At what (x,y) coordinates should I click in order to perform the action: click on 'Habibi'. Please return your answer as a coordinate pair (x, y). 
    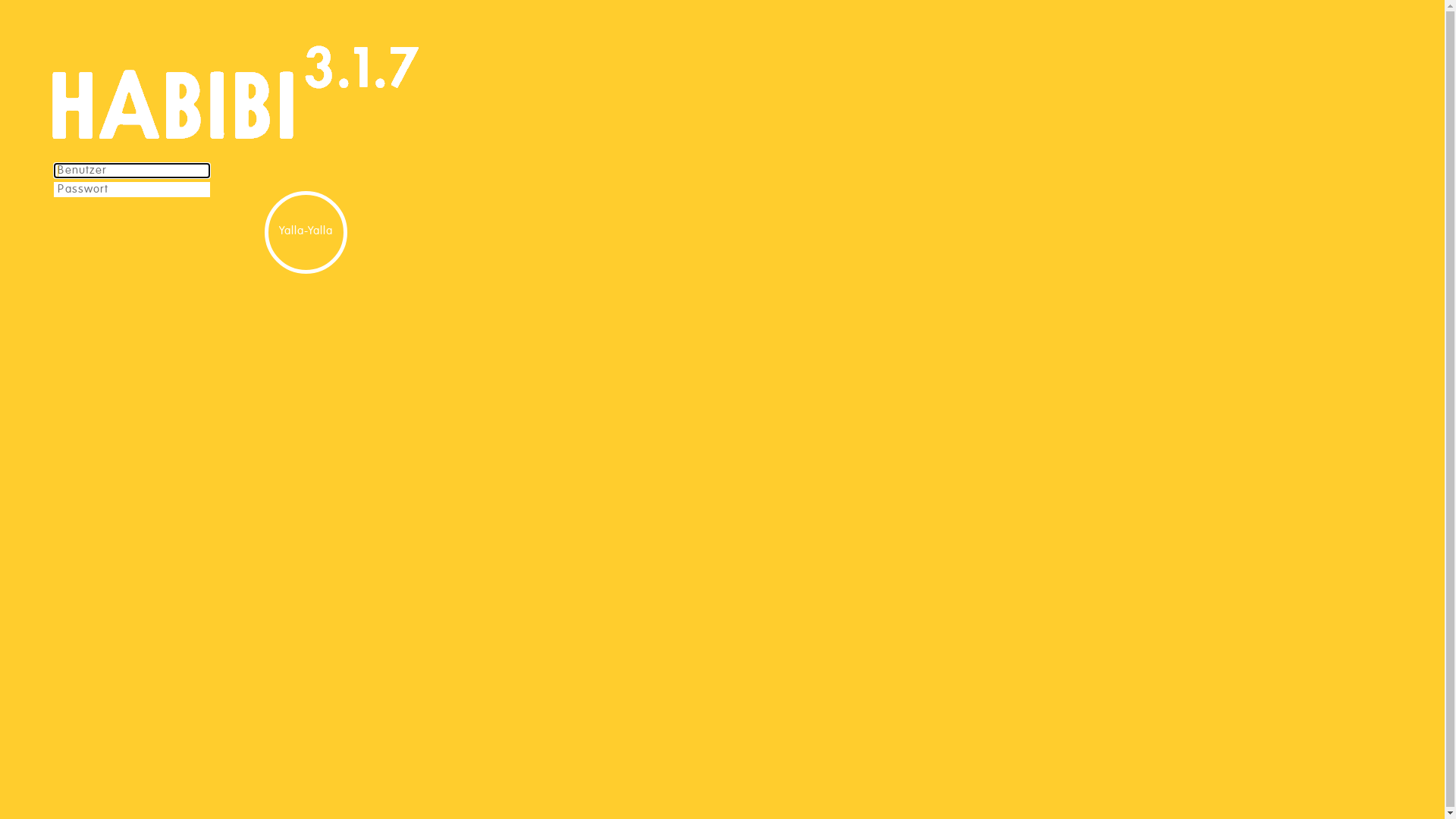
    Looking at the image, I should click on (403, 90).